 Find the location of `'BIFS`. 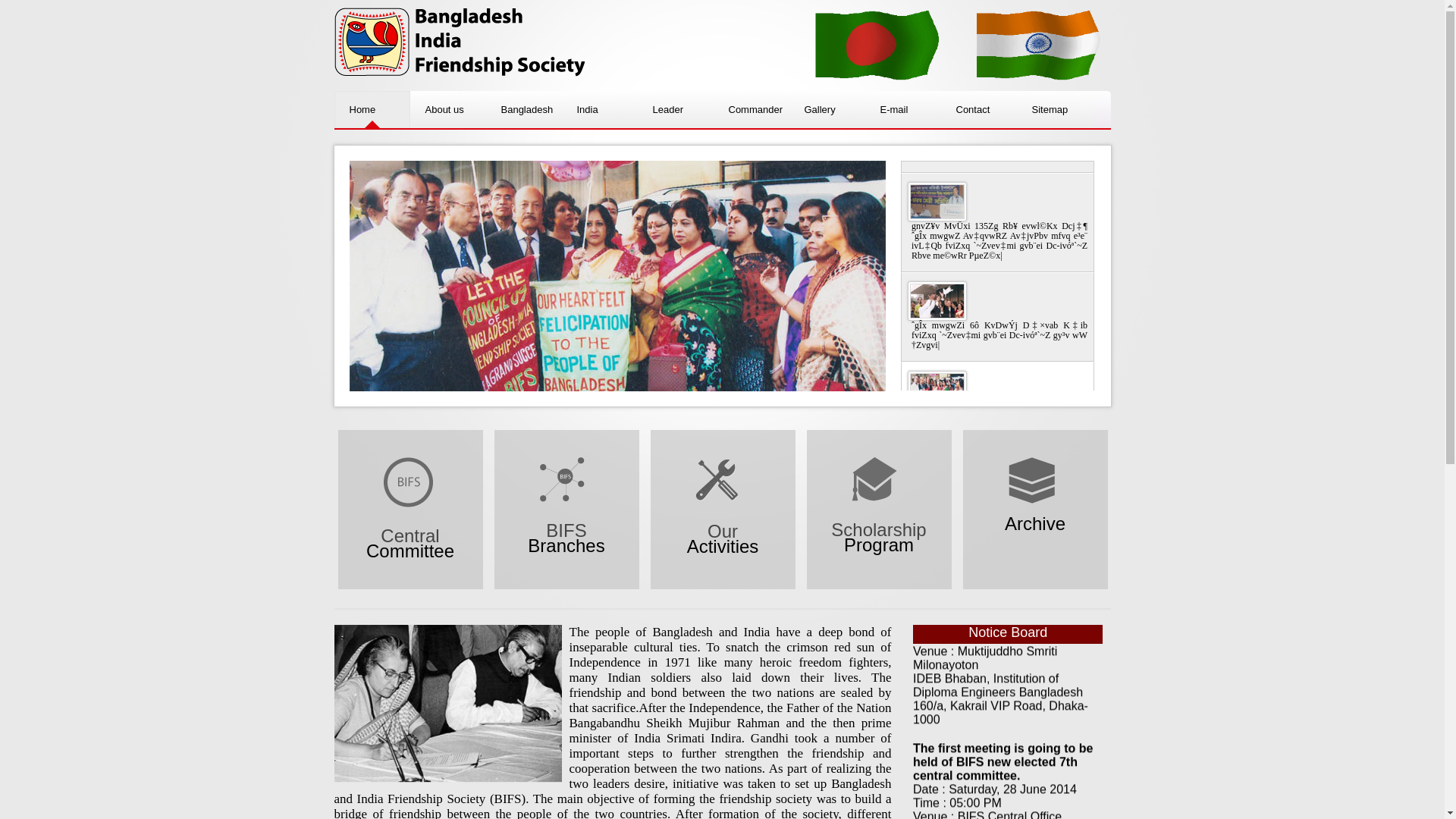

'BIFS is located at coordinates (566, 522).